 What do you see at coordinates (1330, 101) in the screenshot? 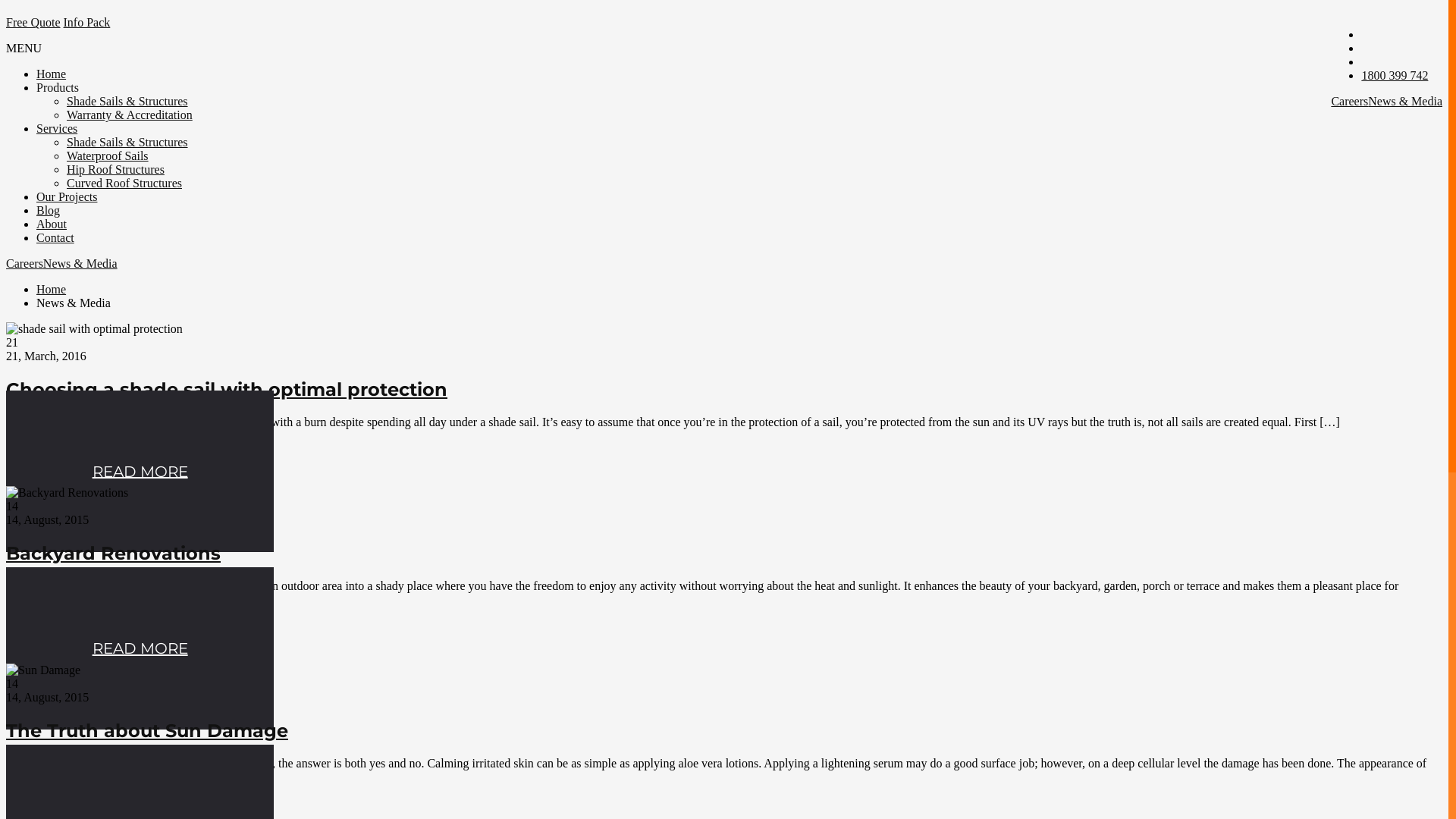
I see `'Careers'` at bounding box center [1330, 101].